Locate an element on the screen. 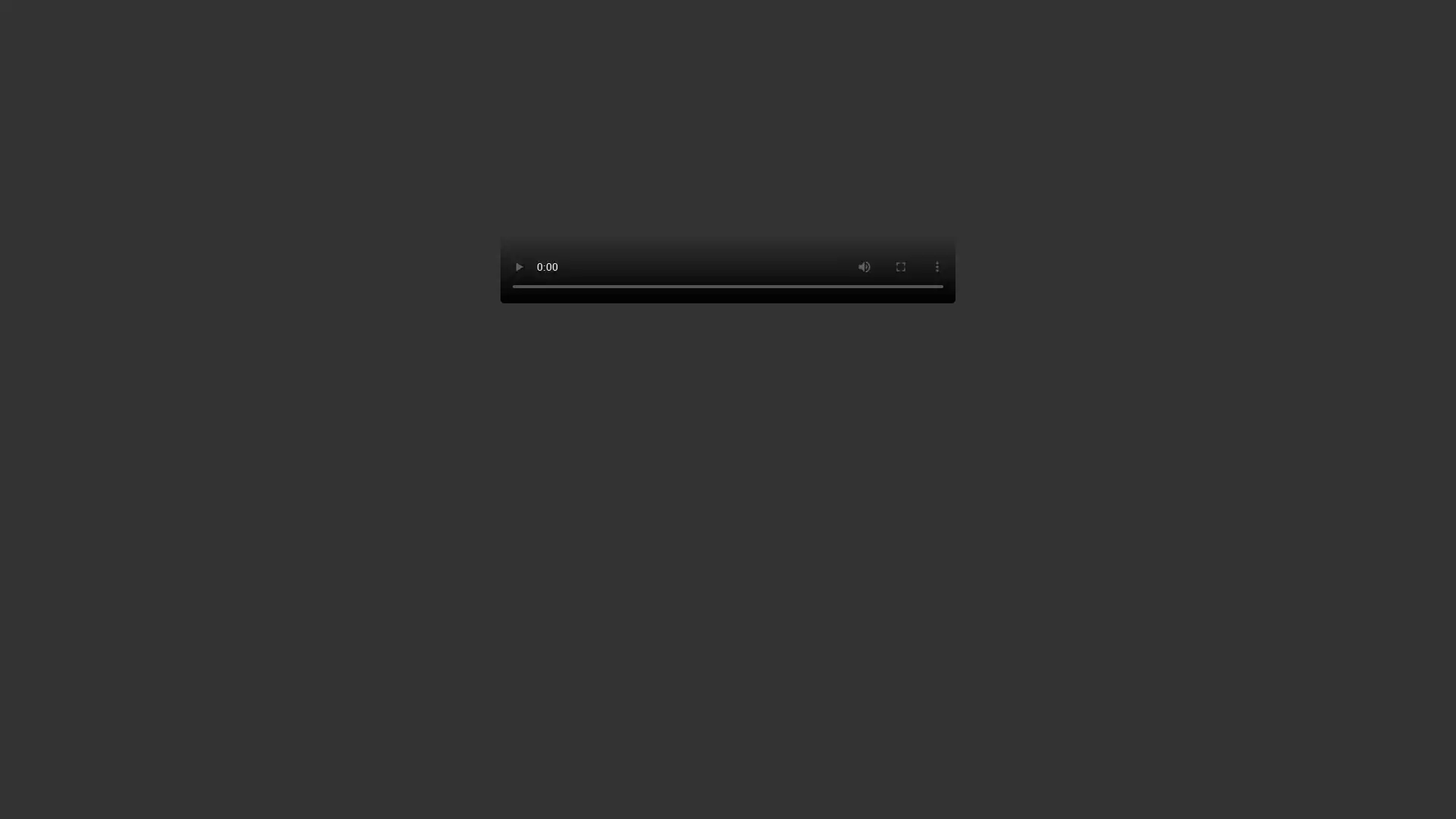 The image size is (1456, 819). play is located at coordinates (519, 265).